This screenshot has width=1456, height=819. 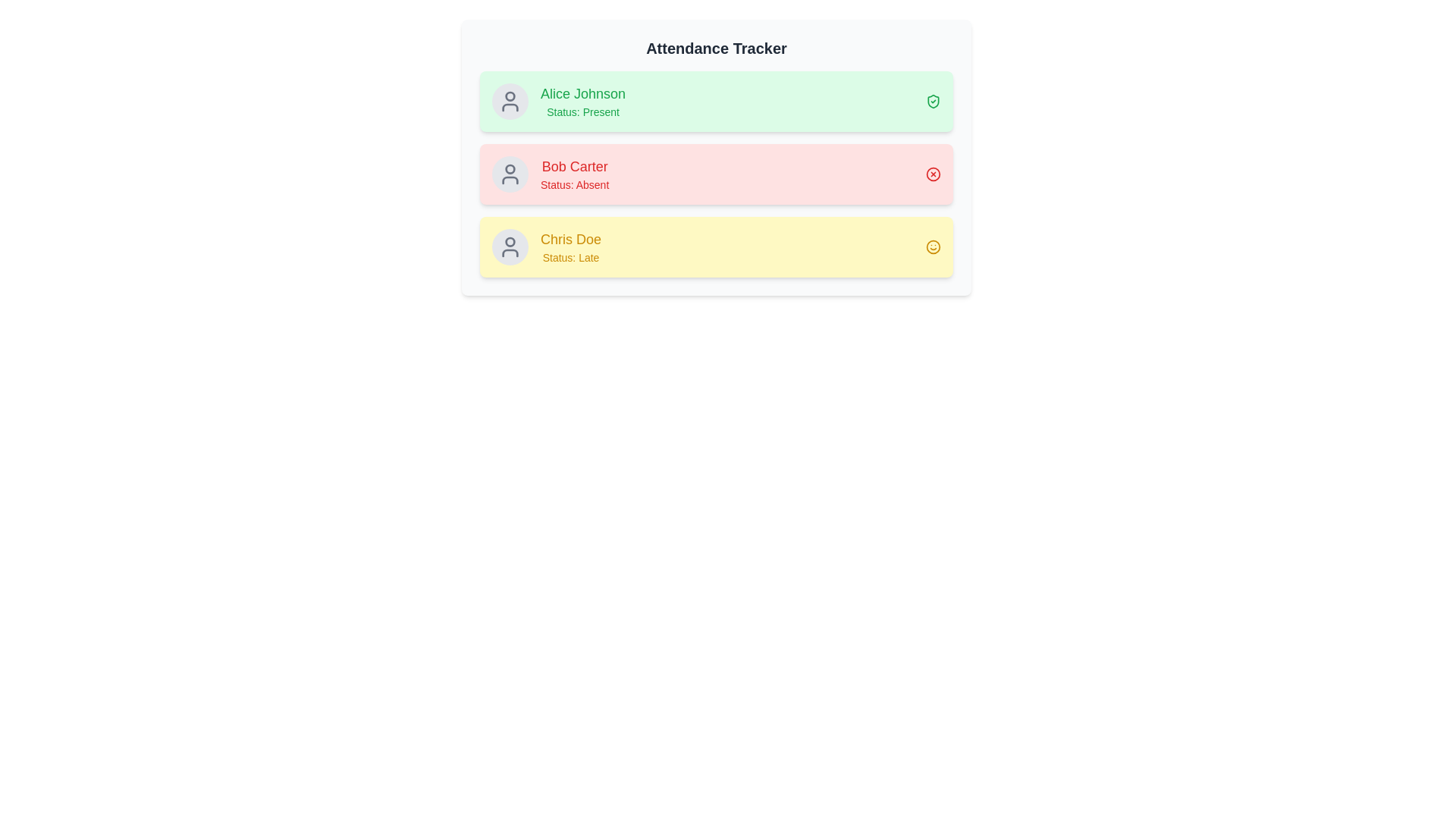 I want to click on the user profile icon representing 'Chris Doe' in the yellow section of the 'Attendance Tracker' interface, so click(x=510, y=246).